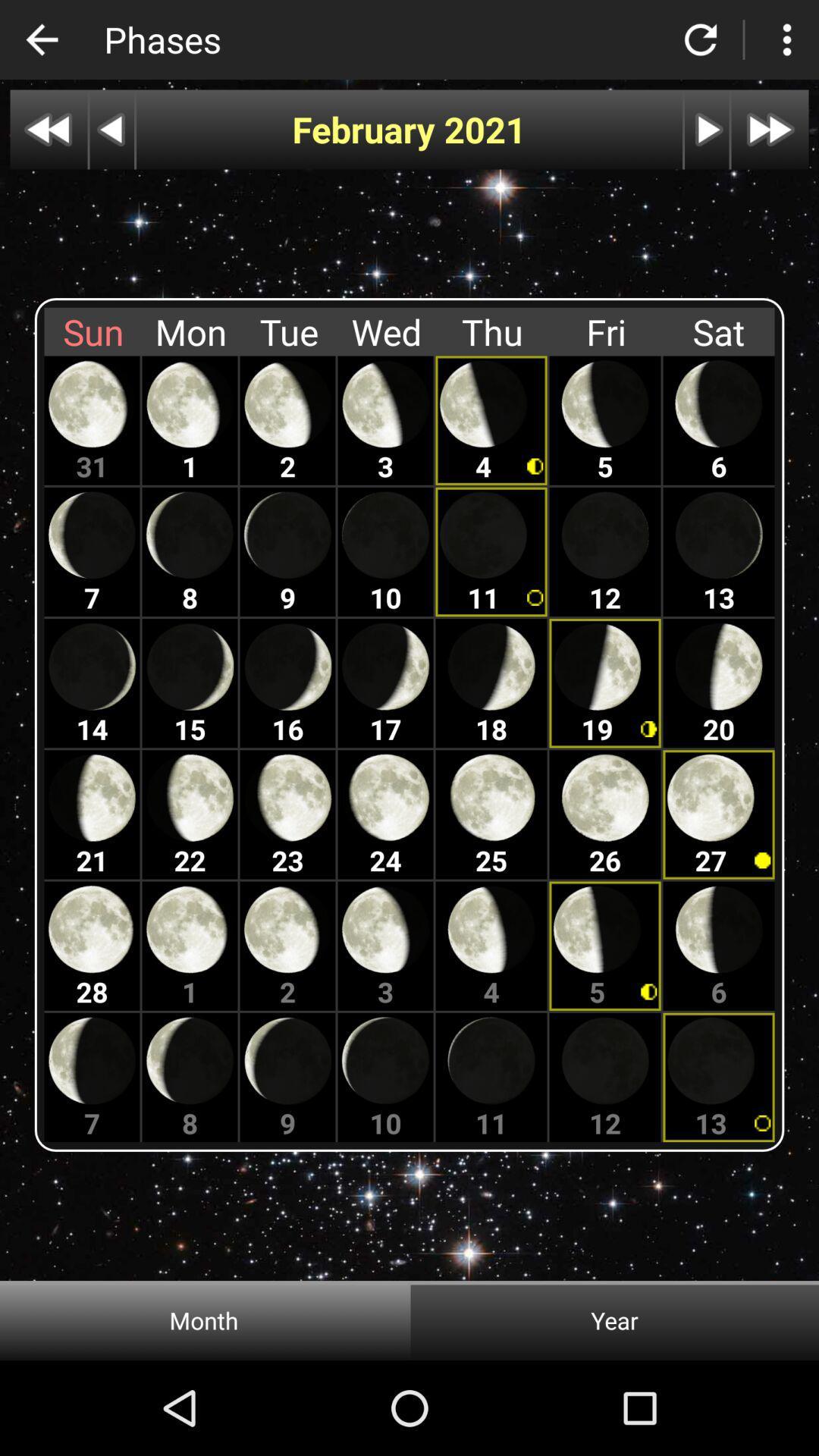 Image resolution: width=819 pixels, height=1456 pixels. What do you see at coordinates (111, 130) in the screenshot?
I see `go back` at bounding box center [111, 130].